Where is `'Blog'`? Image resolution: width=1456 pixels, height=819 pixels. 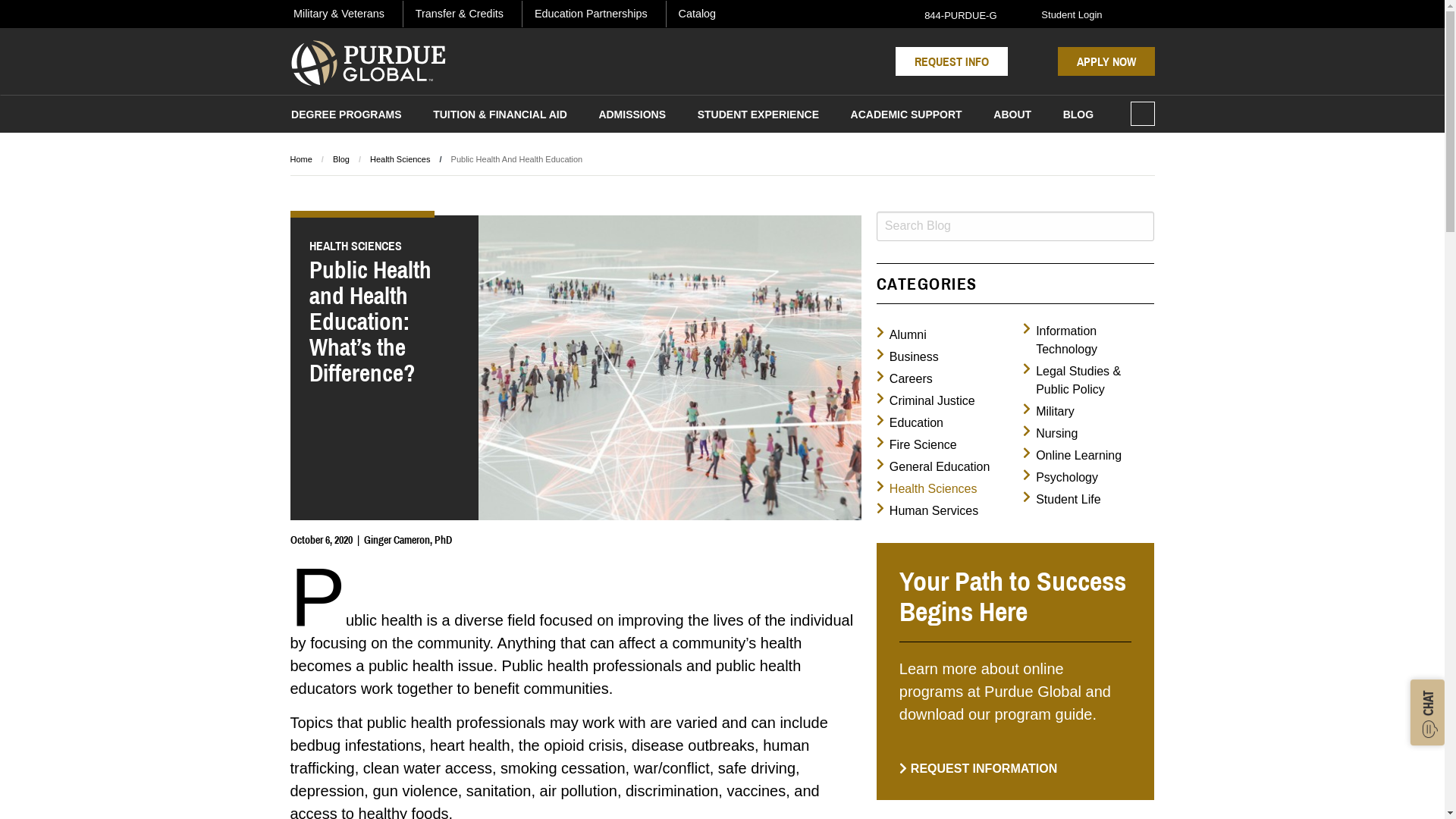 'Blog' is located at coordinates (340, 158).